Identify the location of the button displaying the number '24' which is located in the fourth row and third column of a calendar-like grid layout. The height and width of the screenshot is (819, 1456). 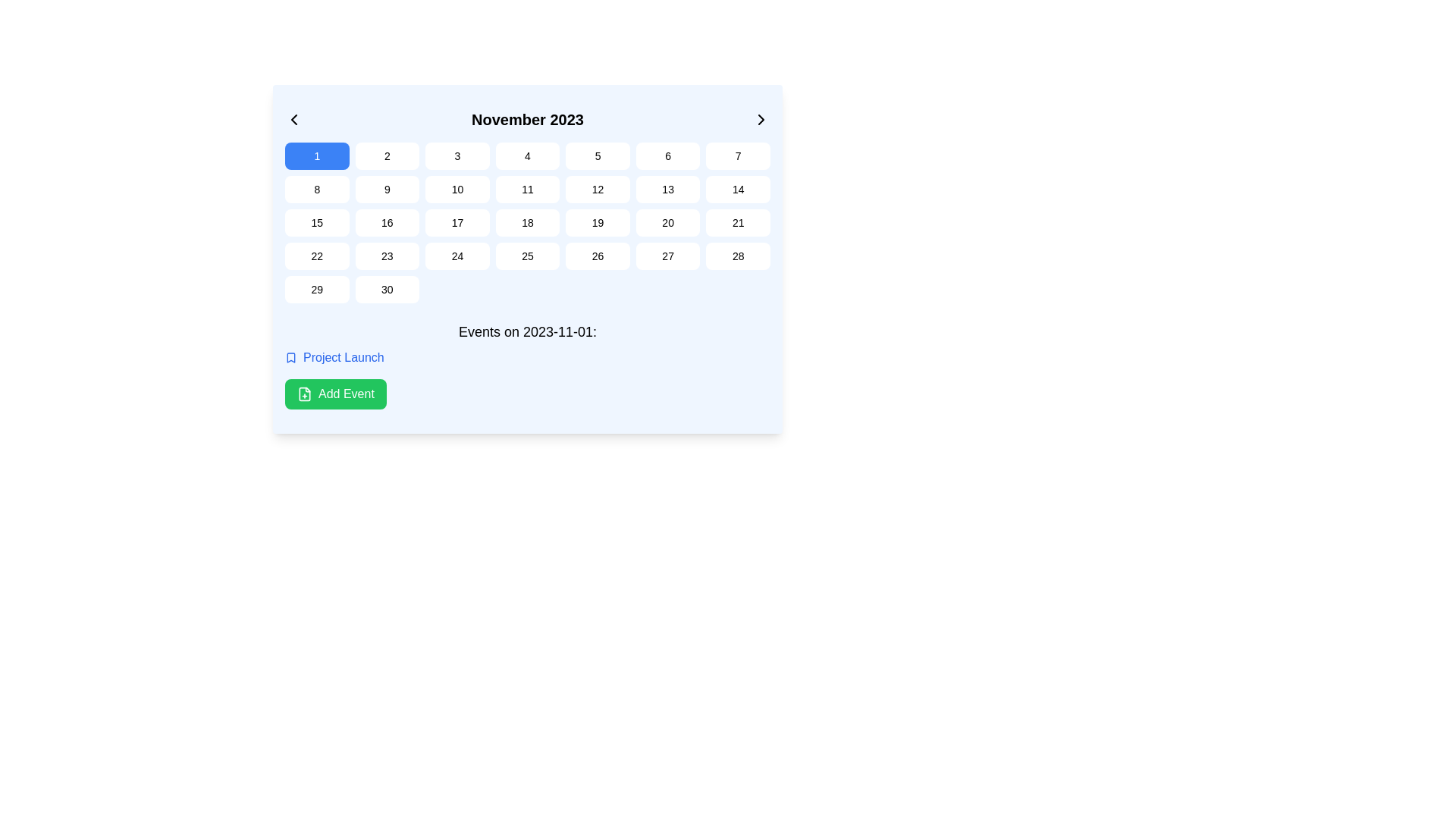
(457, 256).